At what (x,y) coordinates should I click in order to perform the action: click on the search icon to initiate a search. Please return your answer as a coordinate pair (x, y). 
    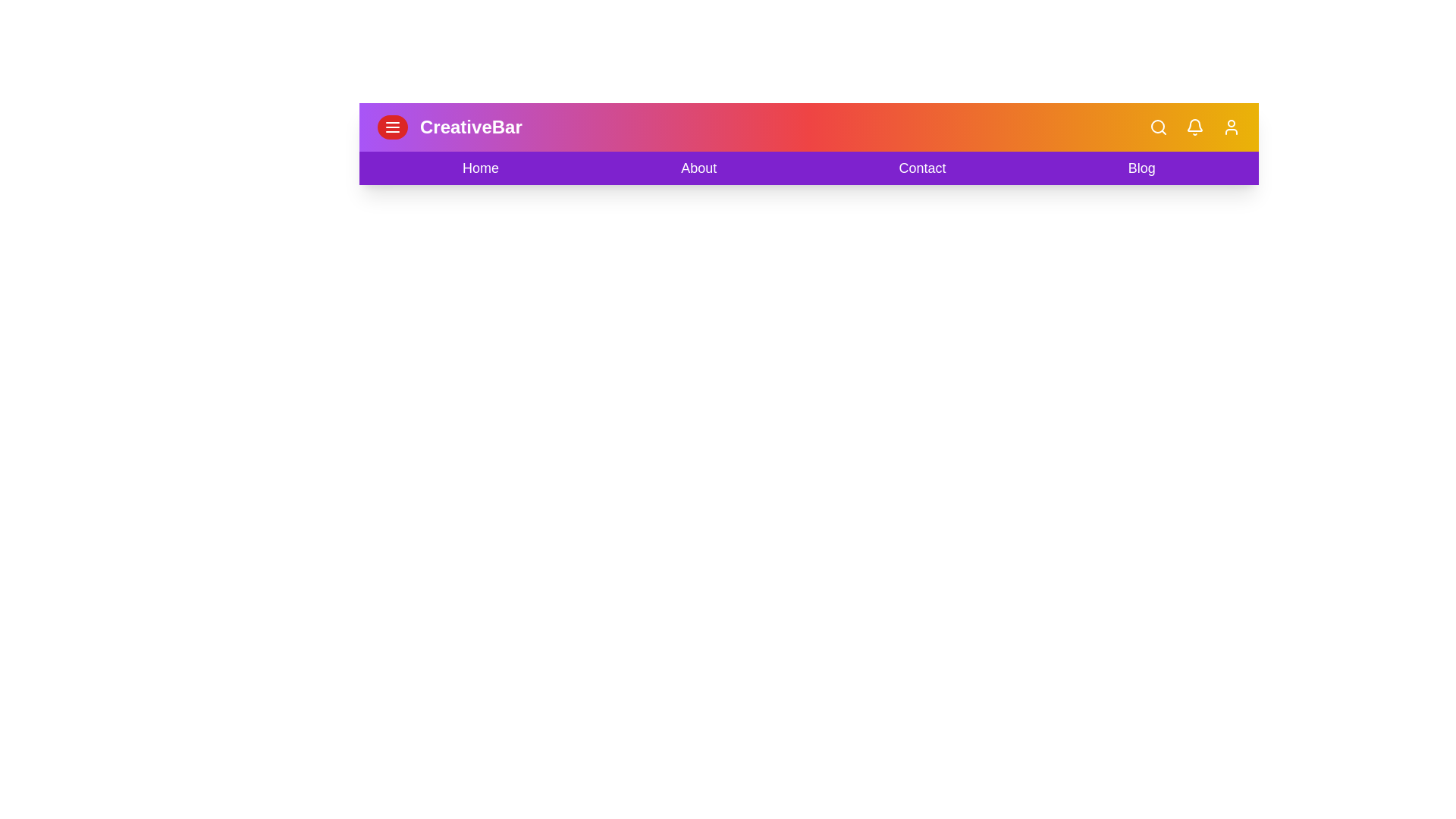
    Looking at the image, I should click on (1157, 127).